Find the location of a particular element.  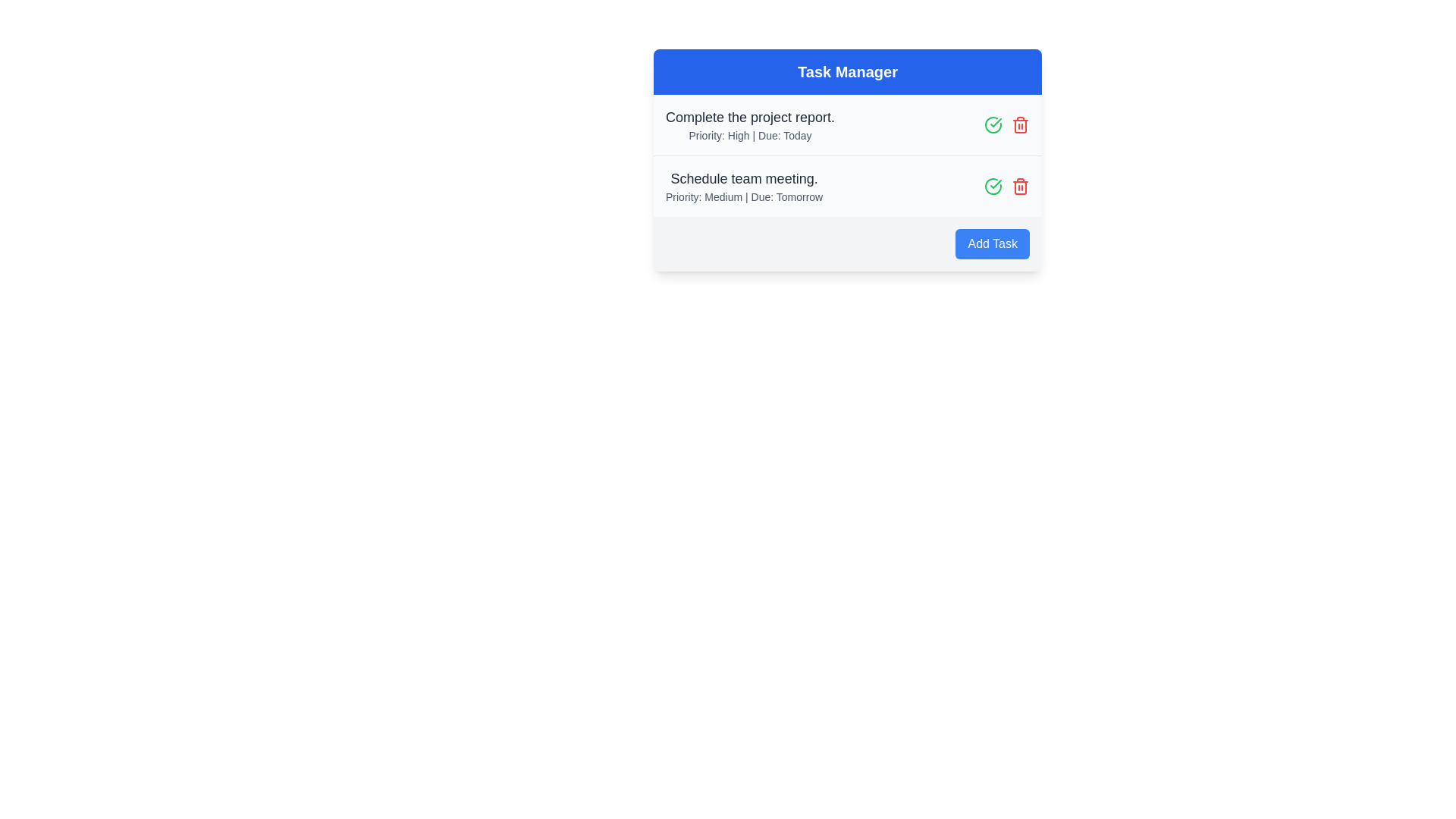

the text label displaying the task title 'Schedule team meeting' located in the second row of the vertical task listing is located at coordinates (744, 177).